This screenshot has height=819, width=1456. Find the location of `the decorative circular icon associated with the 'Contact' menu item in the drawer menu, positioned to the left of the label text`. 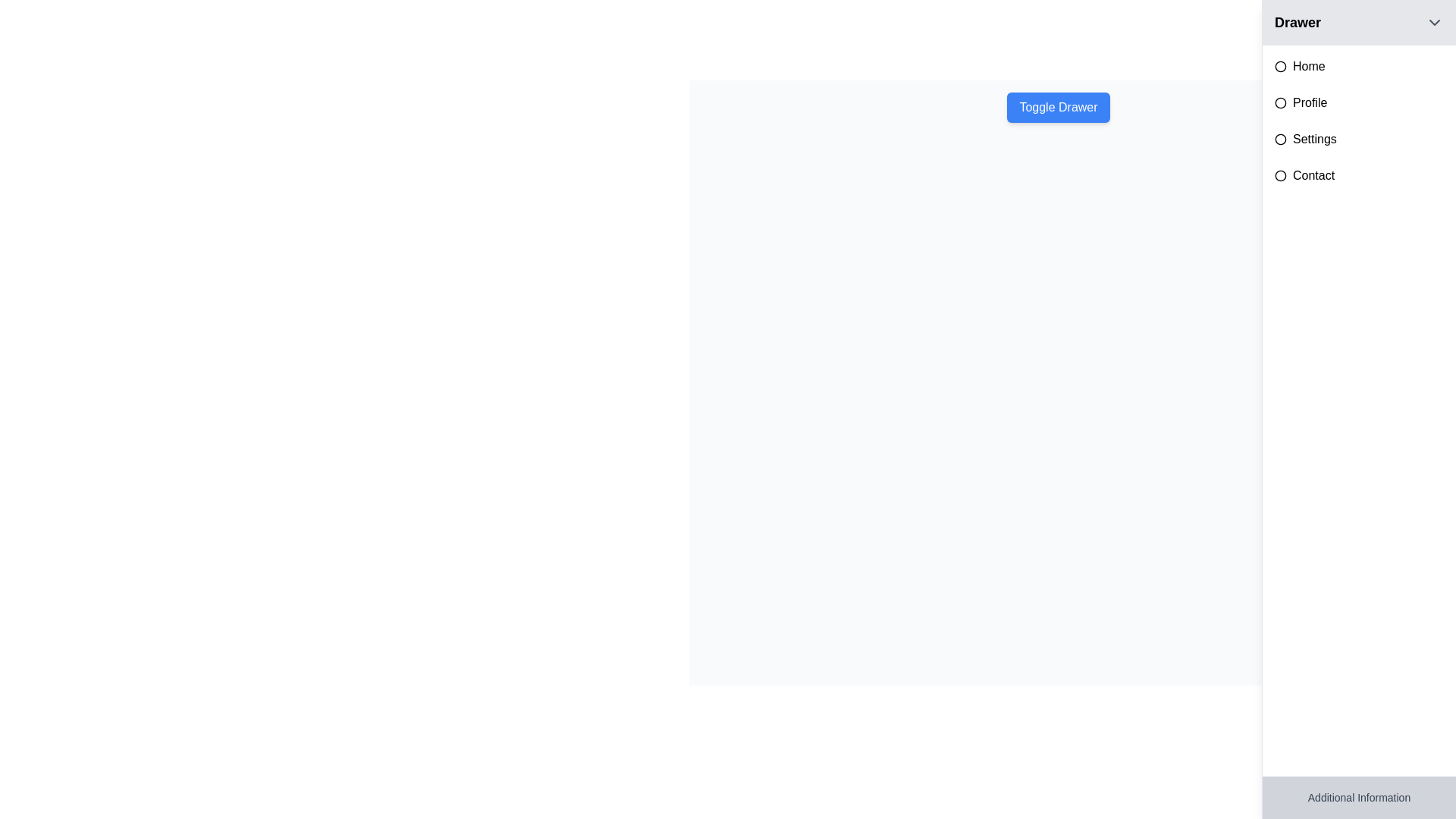

the decorative circular icon associated with the 'Contact' menu item in the drawer menu, positioned to the left of the label text is located at coordinates (1280, 174).